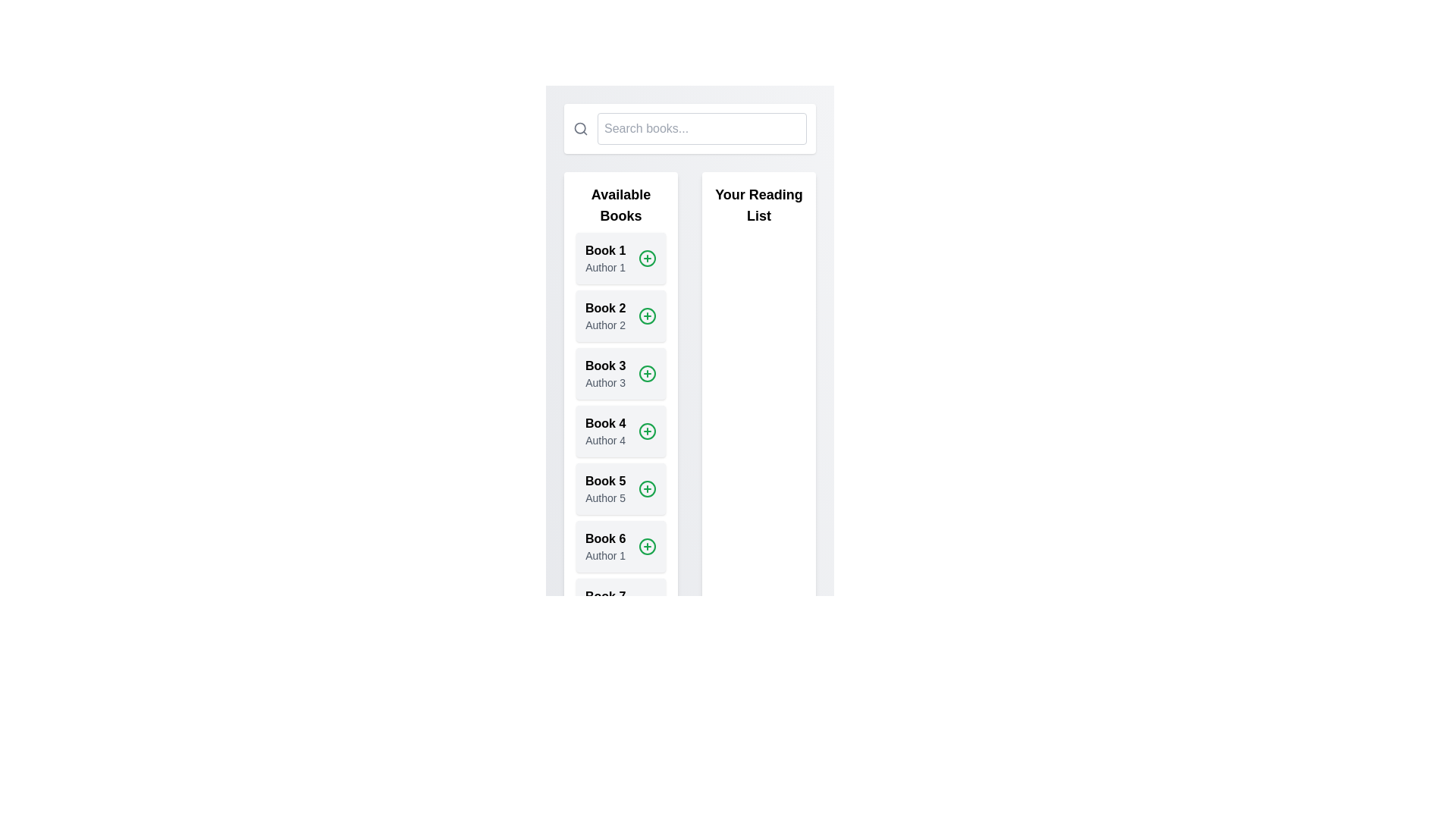 The height and width of the screenshot is (819, 1456). Describe the element at coordinates (648, 257) in the screenshot. I see `the circular button with a green border and a plus symbol at its center, located next to the text area displaying 'Book 1' and 'Author 1'` at that location.